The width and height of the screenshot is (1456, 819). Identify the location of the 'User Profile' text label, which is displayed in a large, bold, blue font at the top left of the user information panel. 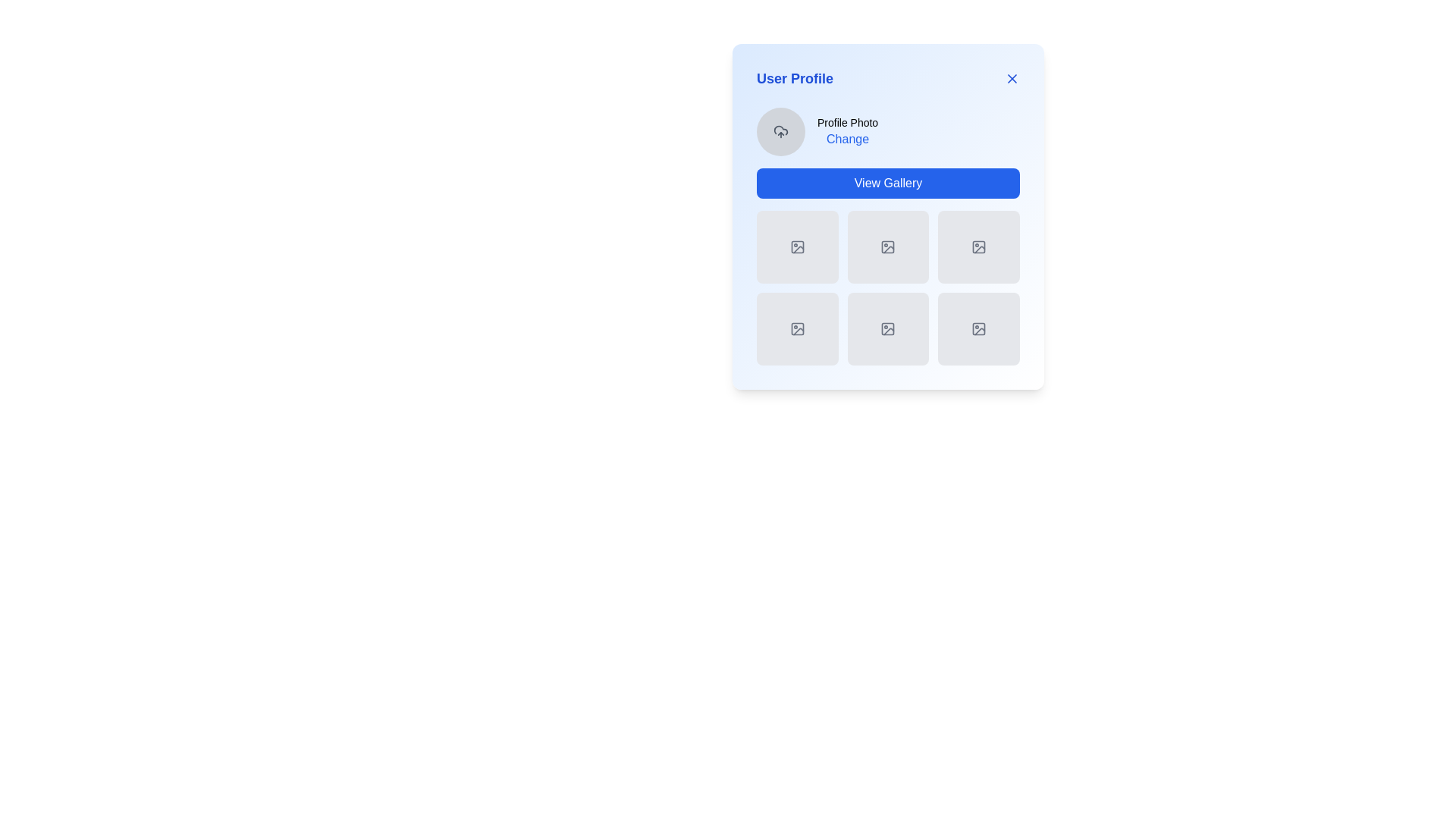
(794, 79).